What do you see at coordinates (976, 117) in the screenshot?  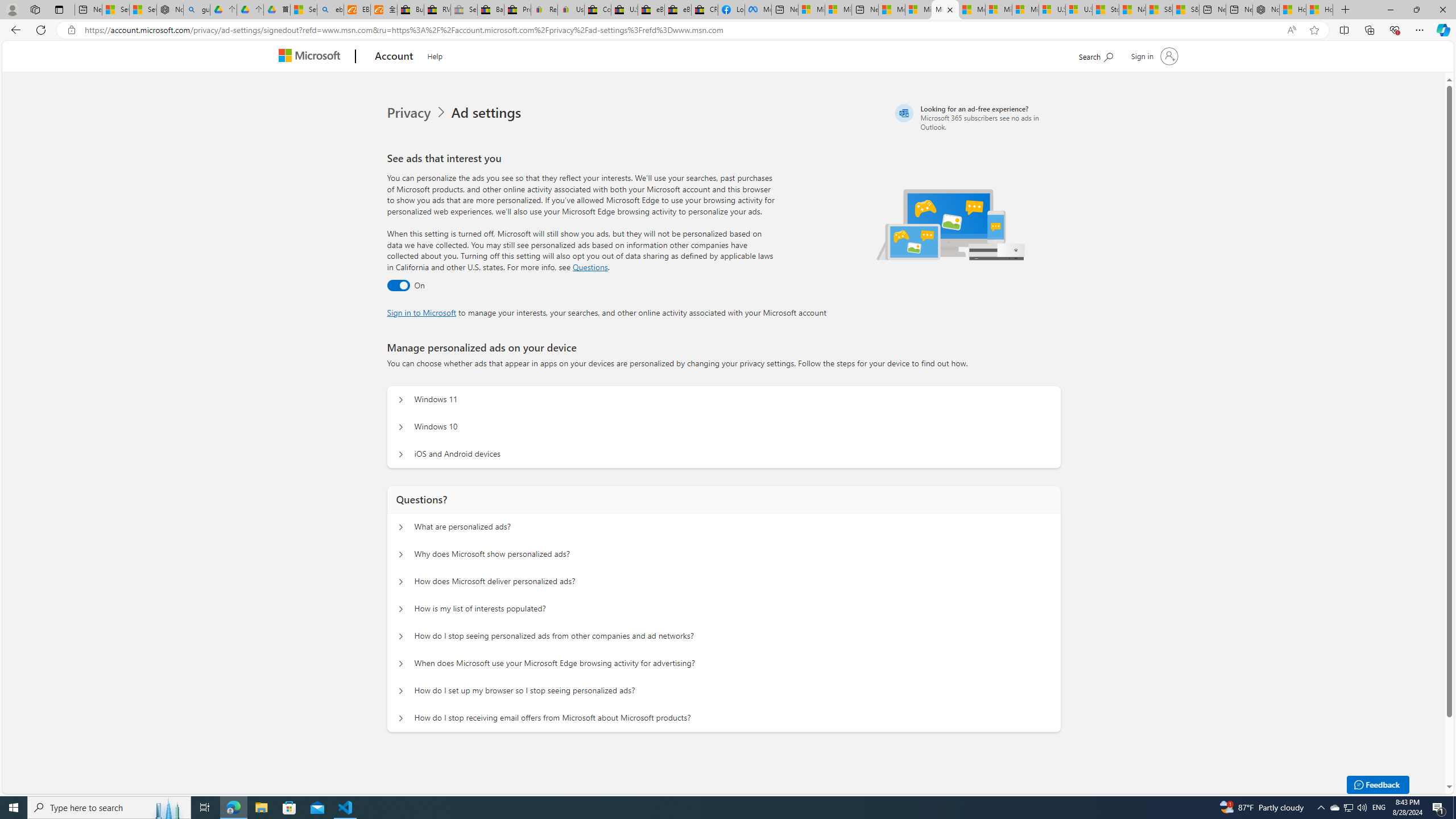 I see `'Looking for an ad-free experience?'` at bounding box center [976, 117].